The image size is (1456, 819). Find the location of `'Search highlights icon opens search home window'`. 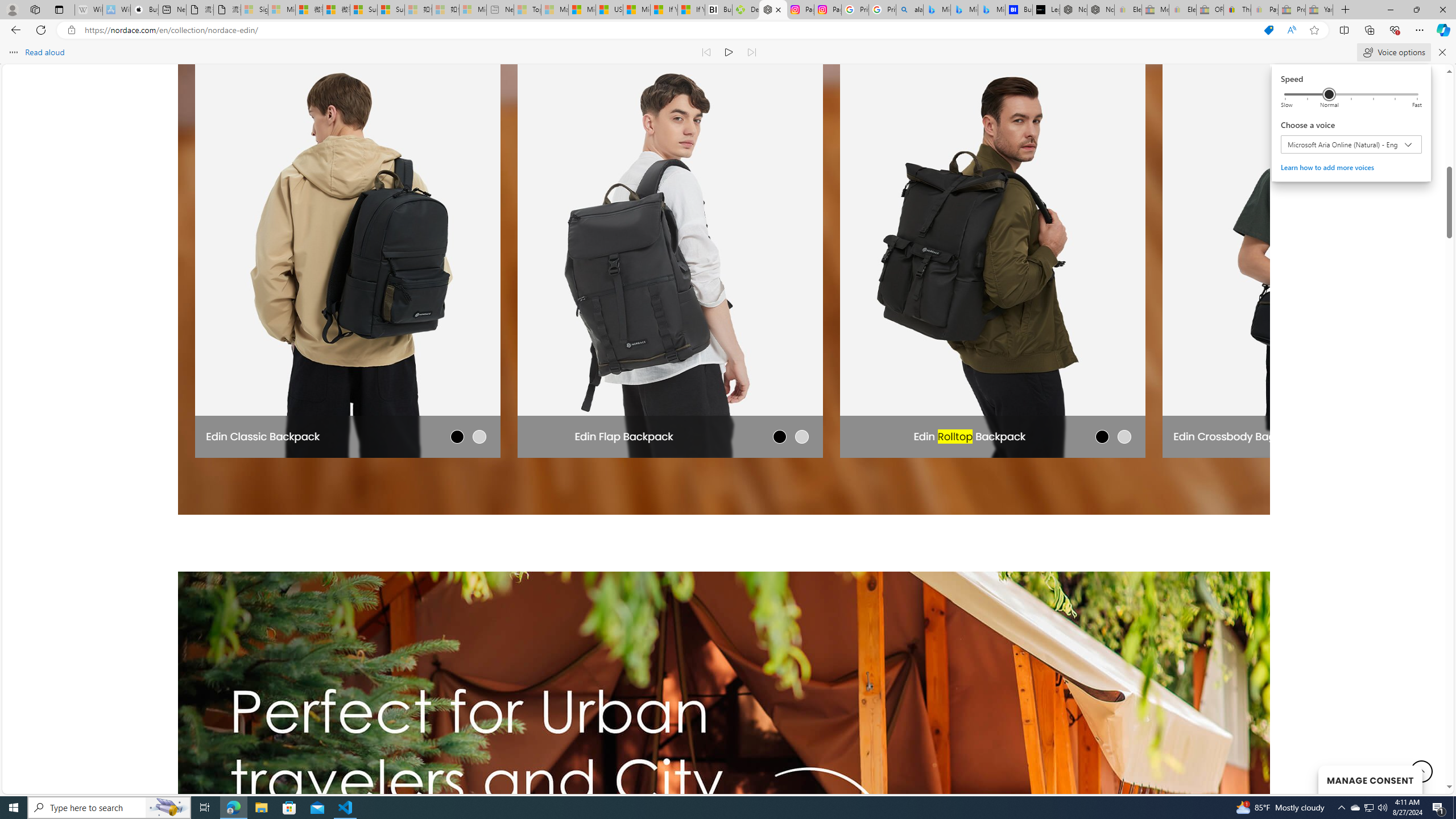

'Search highlights icon opens search home window' is located at coordinates (167, 806).